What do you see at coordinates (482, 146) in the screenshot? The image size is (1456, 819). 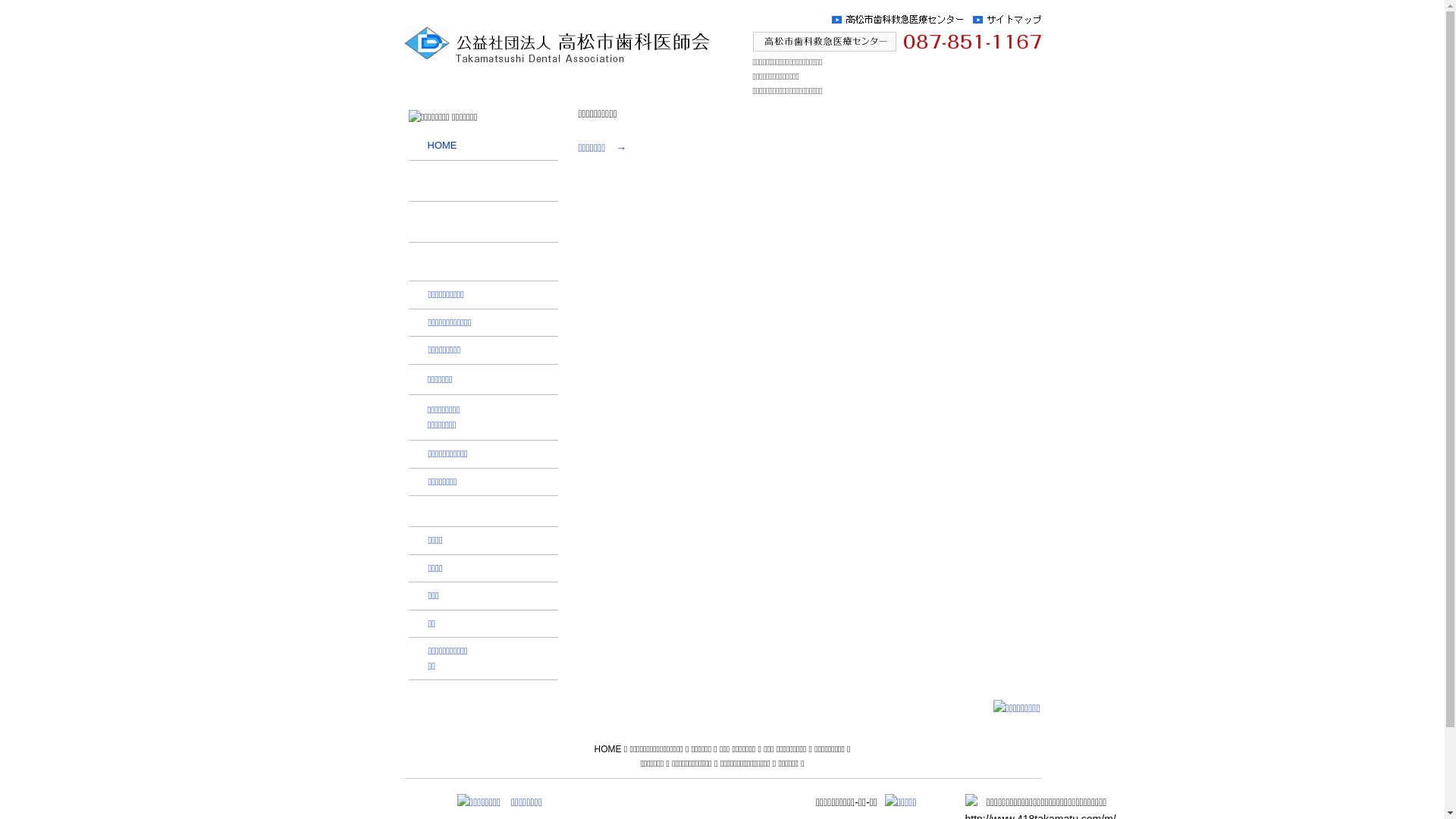 I see `'HOME'` at bounding box center [482, 146].